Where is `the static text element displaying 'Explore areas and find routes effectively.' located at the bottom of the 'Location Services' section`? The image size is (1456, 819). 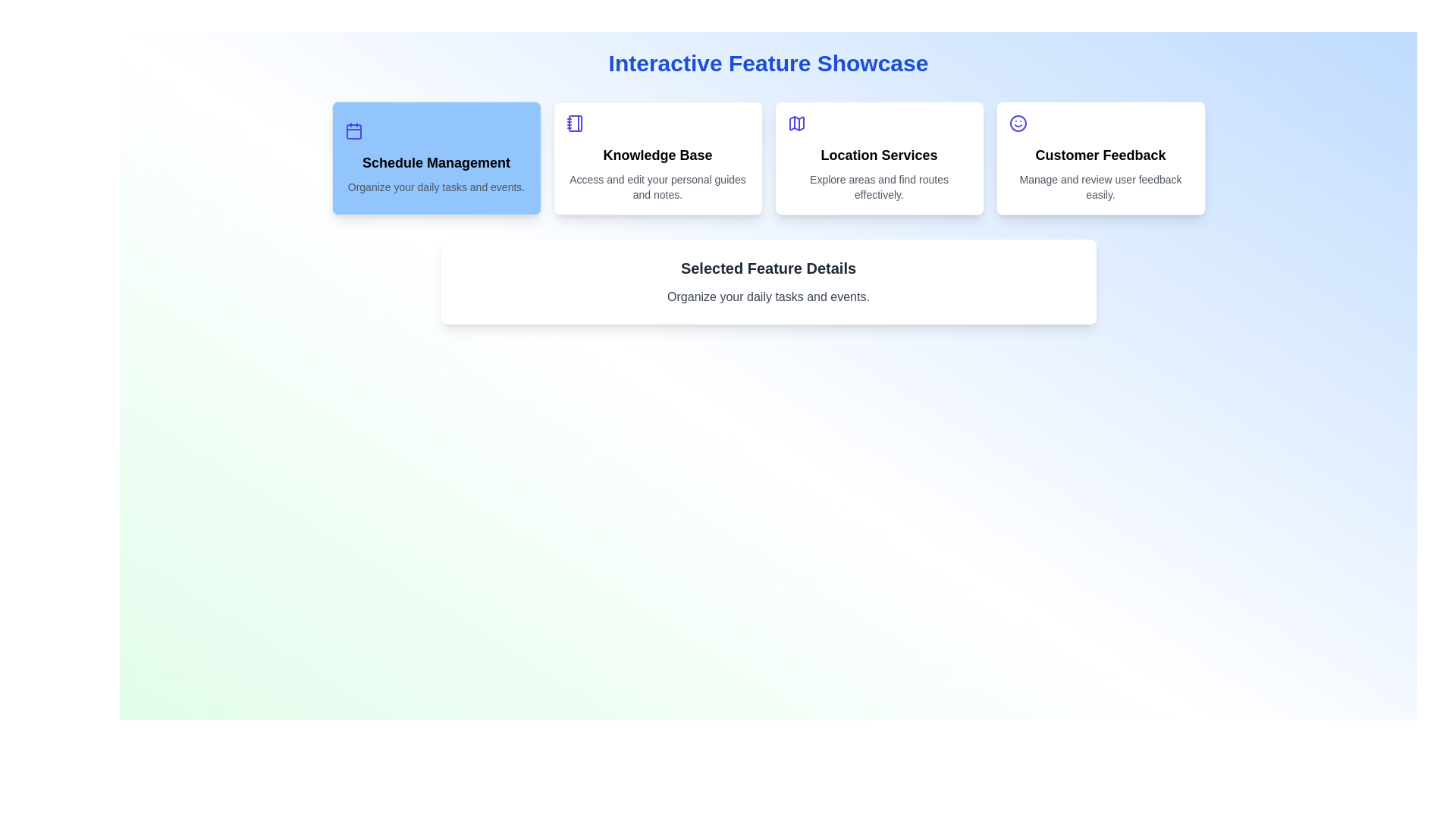
the static text element displaying 'Explore areas and find routes effectively.' located at the bottom of the 'Location Services' section is located at coordinates (879, 186).